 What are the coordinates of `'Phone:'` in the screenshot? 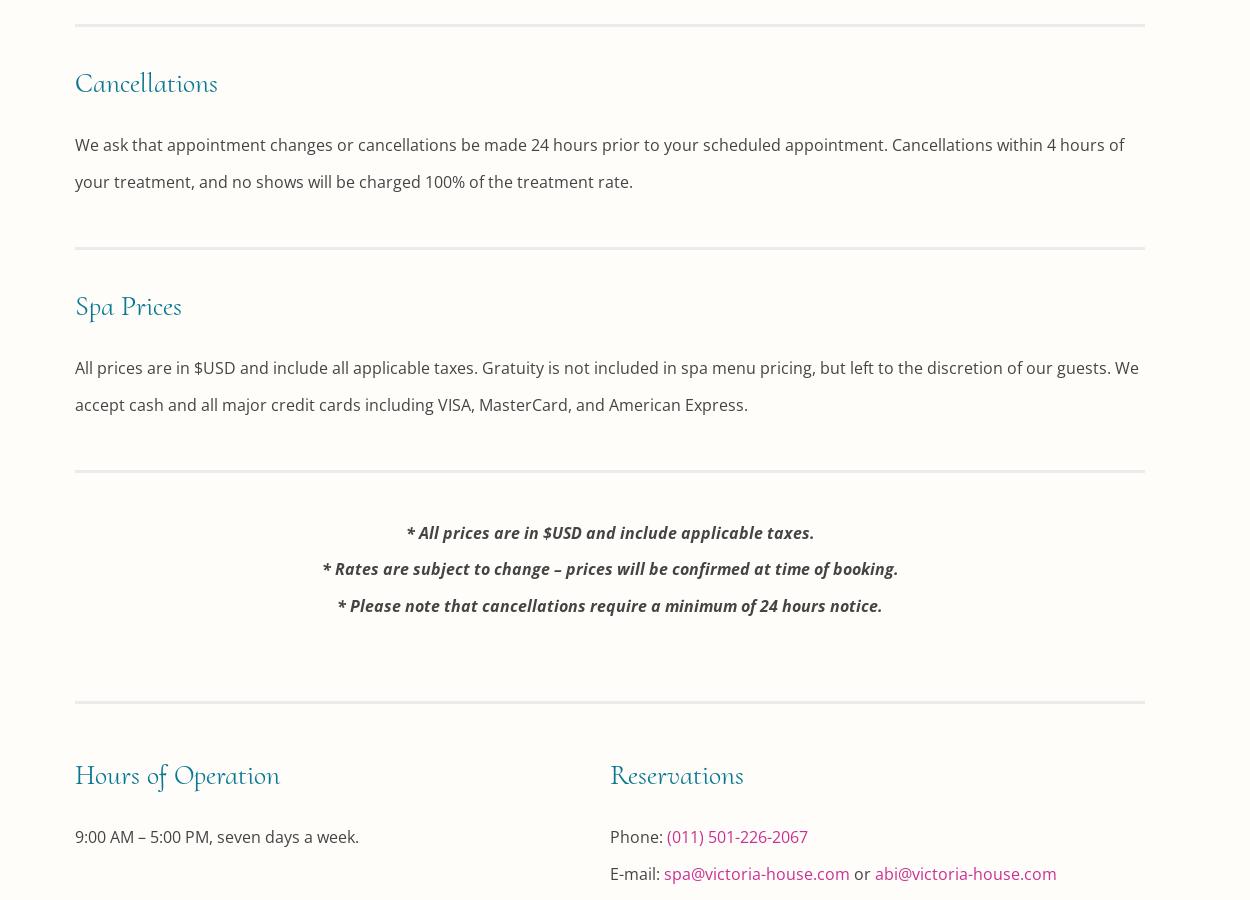 It's located at (638, 836).